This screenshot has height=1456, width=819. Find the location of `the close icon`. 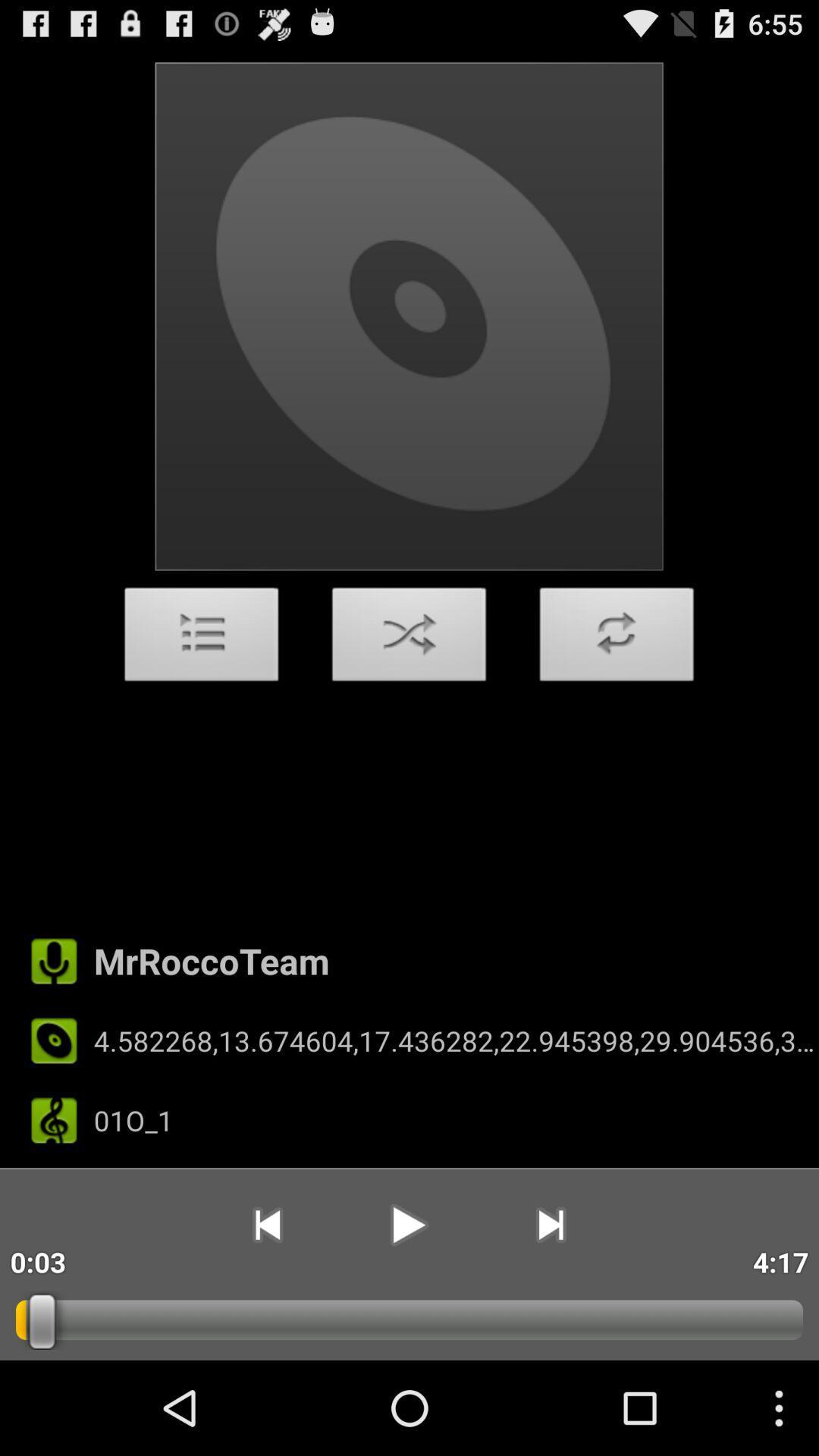

the close icon is located at coordinates (409, 682).